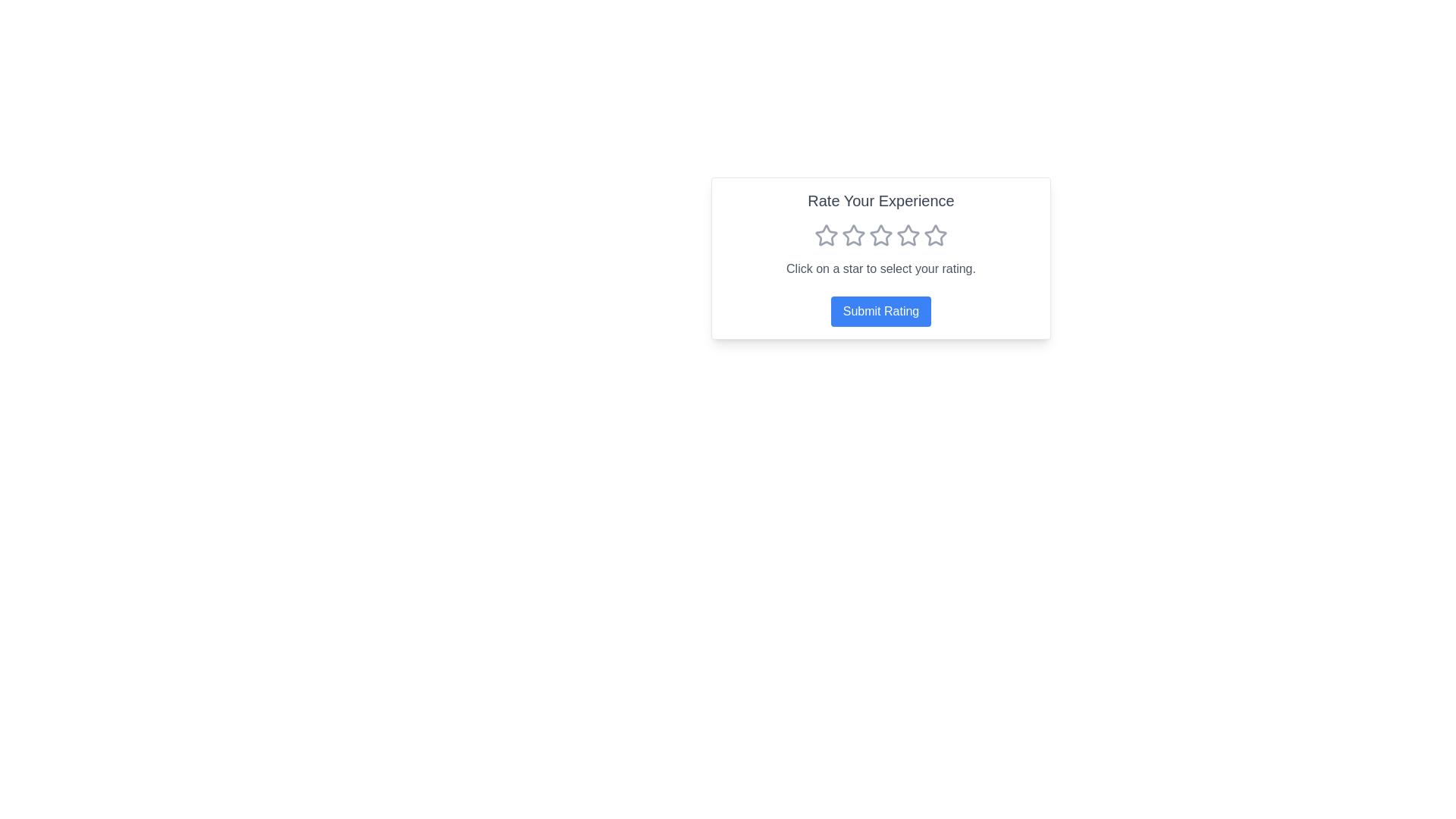 The height and width of the screenshot is (819, 1456). Describe the element at coordinates (880, 236) in the screenshot. I see `the fourth star in the five-star rating system` at that location.